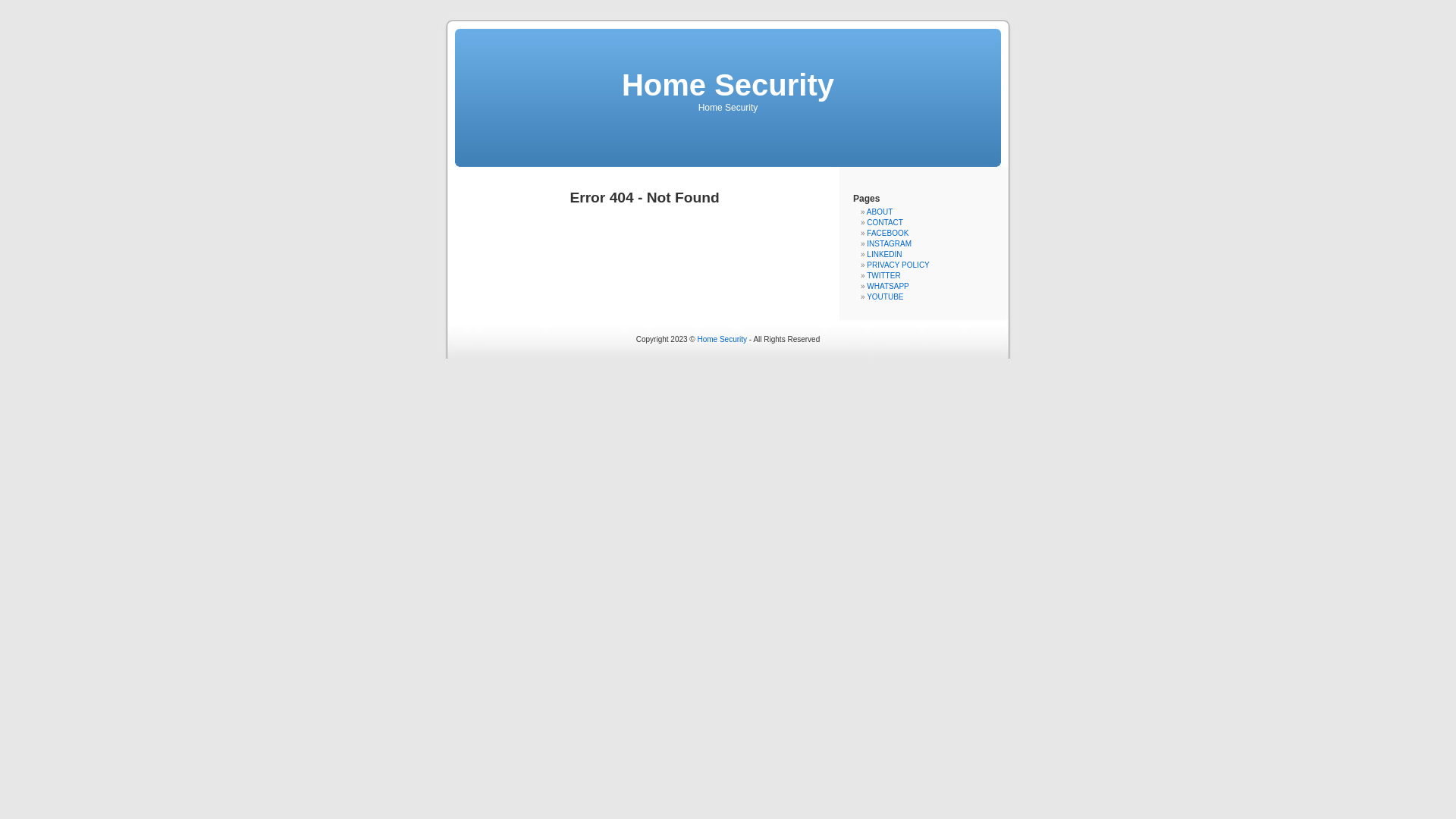 The height and width of the screenshot is (819, 1456). Describe the element at coordinates (889, 243) in the screenshot. I see `'INSTAGRAM'` at that location.